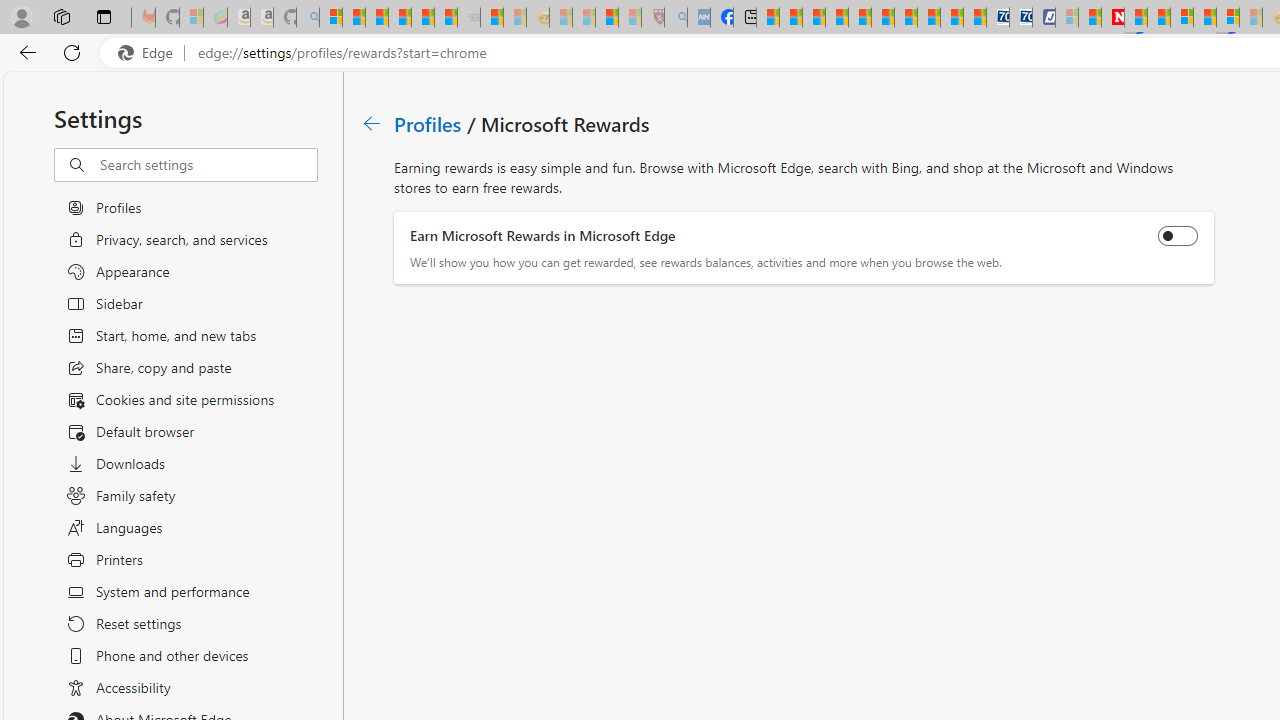 This screenshot has height=720, width=1280. What do you see at coordinates (997, 17) in the screenshot?
I see `'Cheap Car Rentals - Save70.com'` at bounding box center [997, 17].